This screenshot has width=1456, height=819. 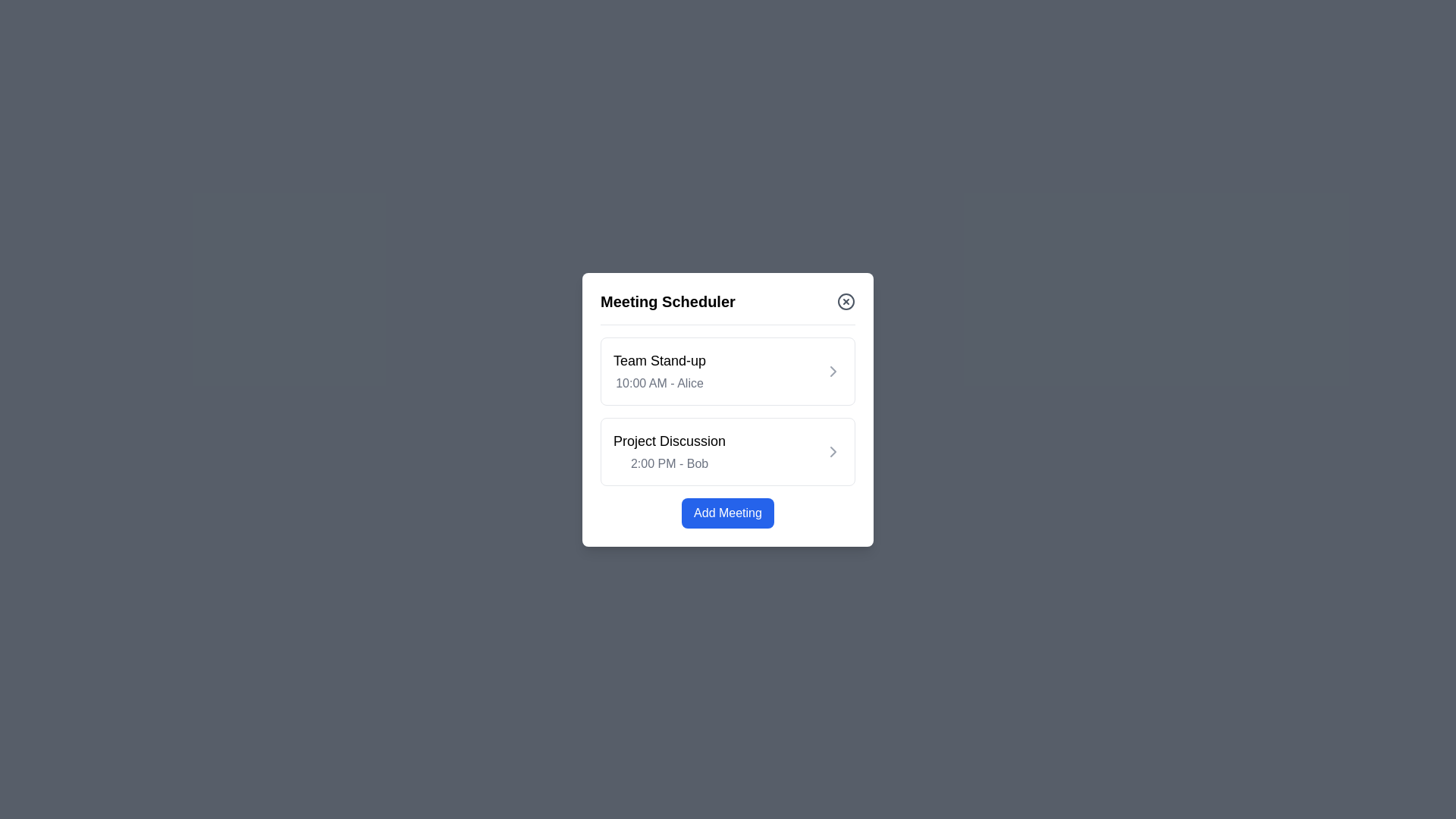 I want to click on the close button located in the top-right corner of the 'Meeting Scheduler' section, so click(x=846, y=301).